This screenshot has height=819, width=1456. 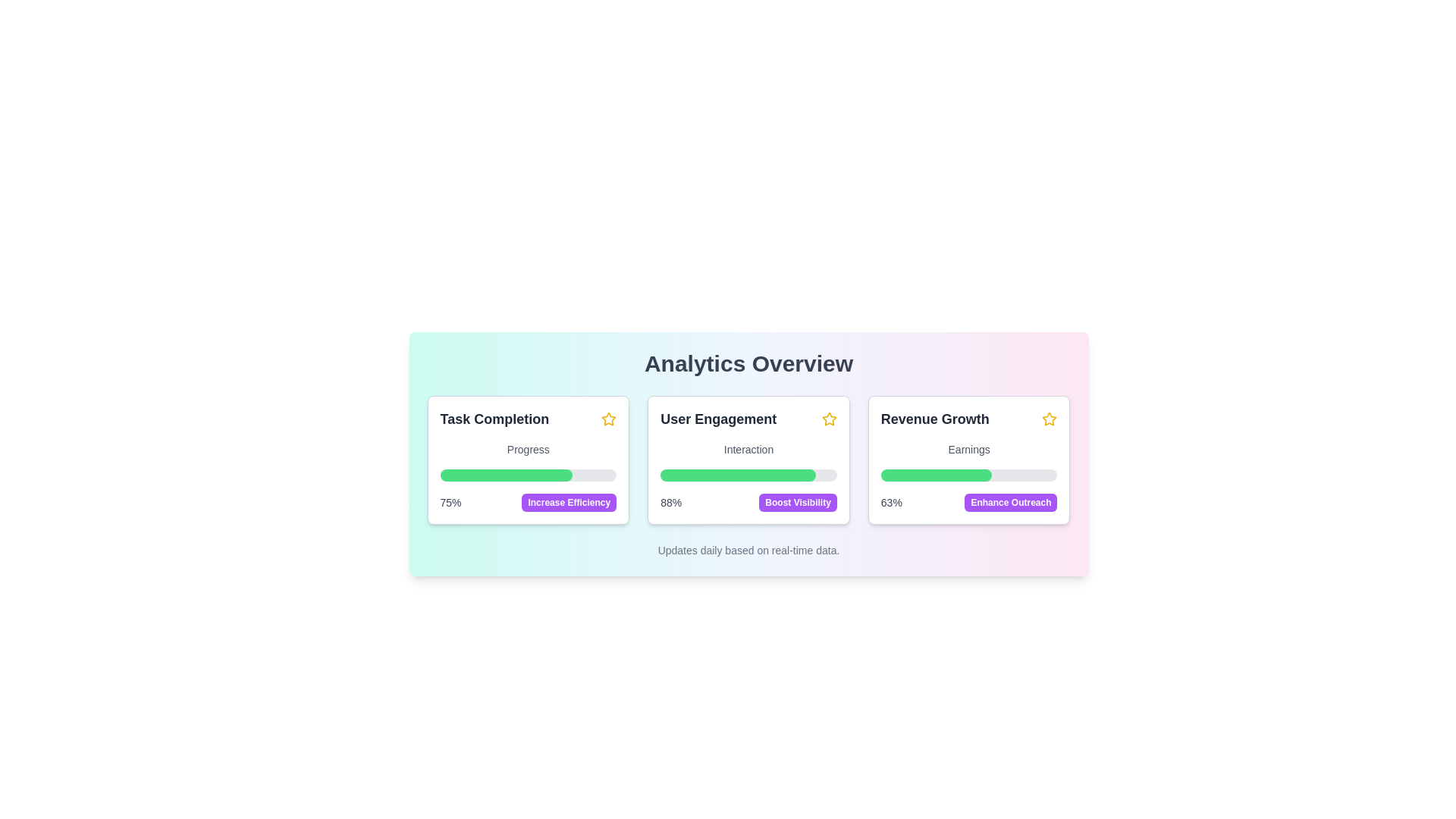 I want to click on the 'Enhance Outreach' button in the 'Revenue Growth' card under 'Analytics Overview', so click(x=968, y=503).